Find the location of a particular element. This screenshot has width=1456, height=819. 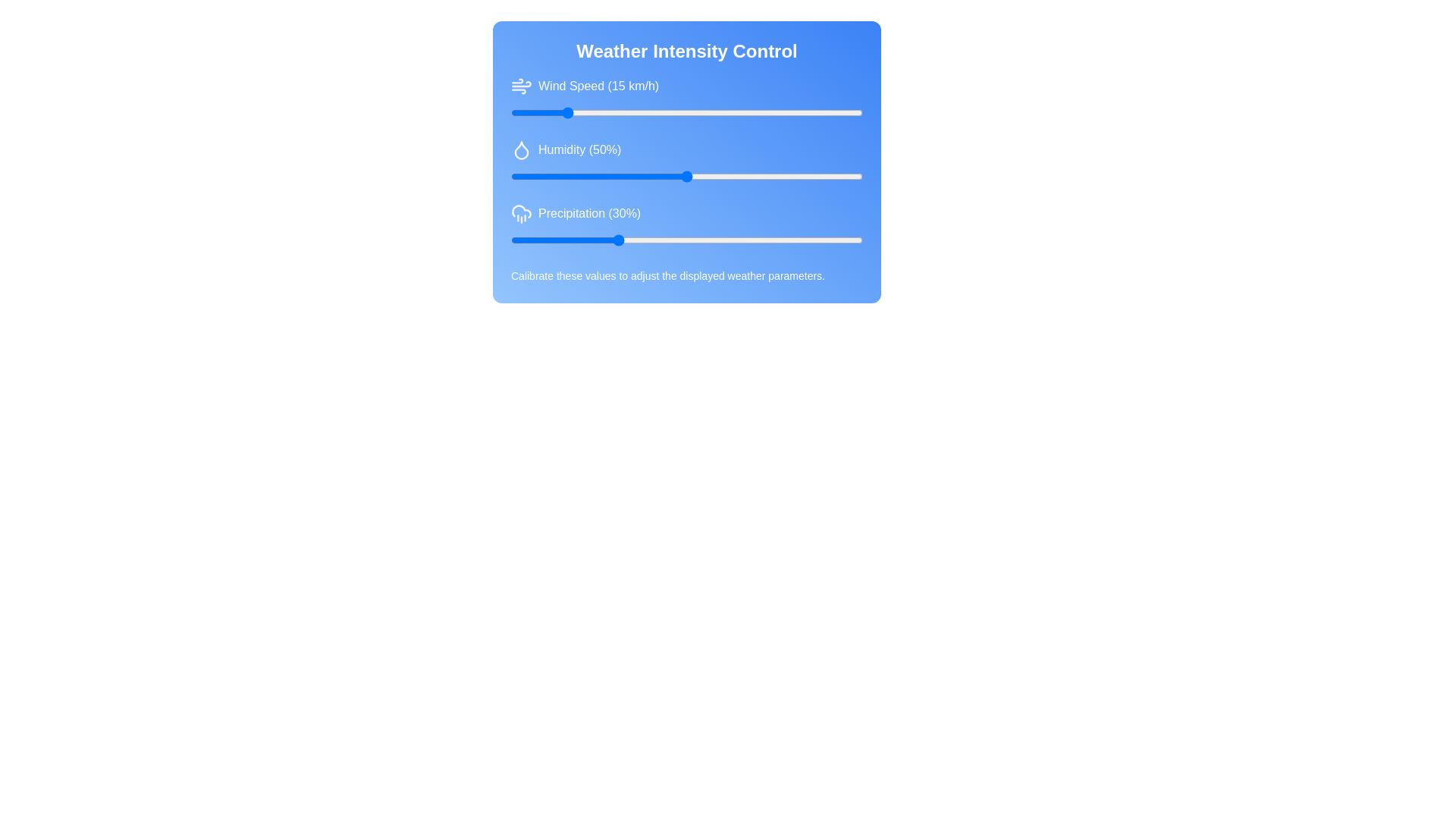

the wind speed is located at coordinates (792, 112).